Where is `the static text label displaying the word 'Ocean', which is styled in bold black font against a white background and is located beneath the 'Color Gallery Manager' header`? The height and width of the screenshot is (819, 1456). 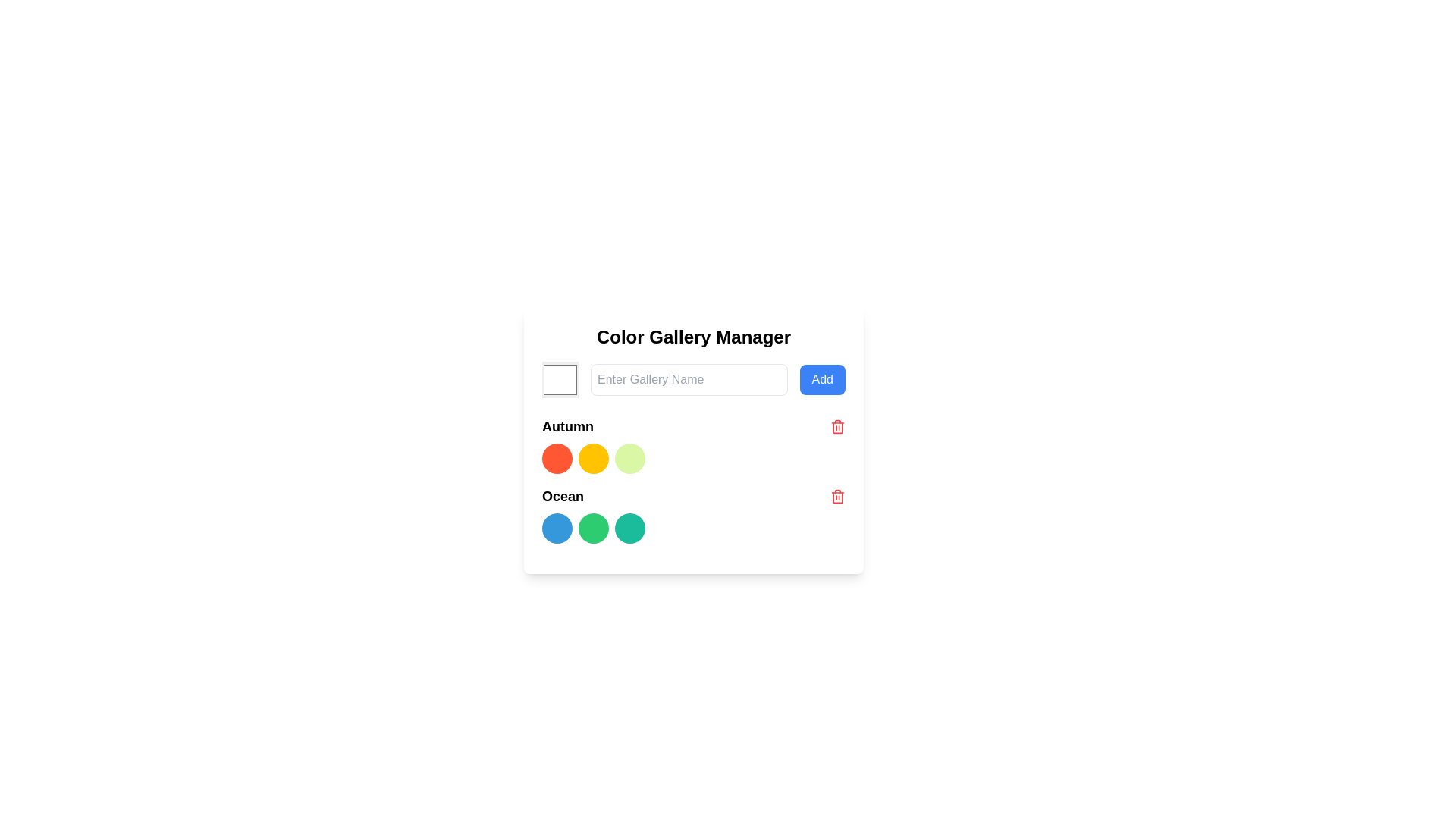
the static text label displaying the word 'Ocean', which is styled in bold black font against a white background and is located beneath the 'Color Gallery Manager' header is located at coordinates (562, 497).